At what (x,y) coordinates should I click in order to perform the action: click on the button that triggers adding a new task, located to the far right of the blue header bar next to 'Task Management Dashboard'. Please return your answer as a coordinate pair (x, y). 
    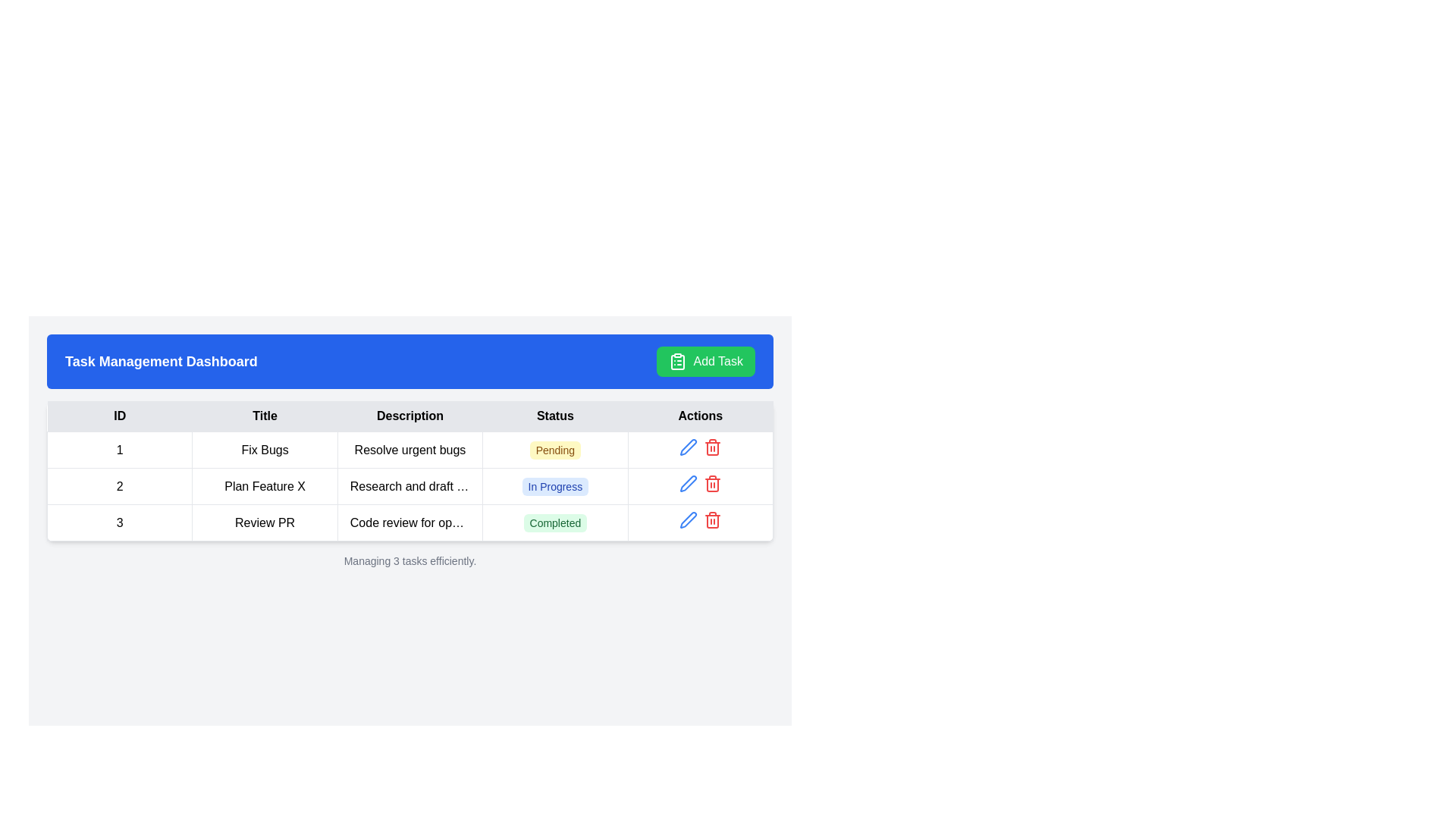
    Looking at the image, I should click on (705, 362).